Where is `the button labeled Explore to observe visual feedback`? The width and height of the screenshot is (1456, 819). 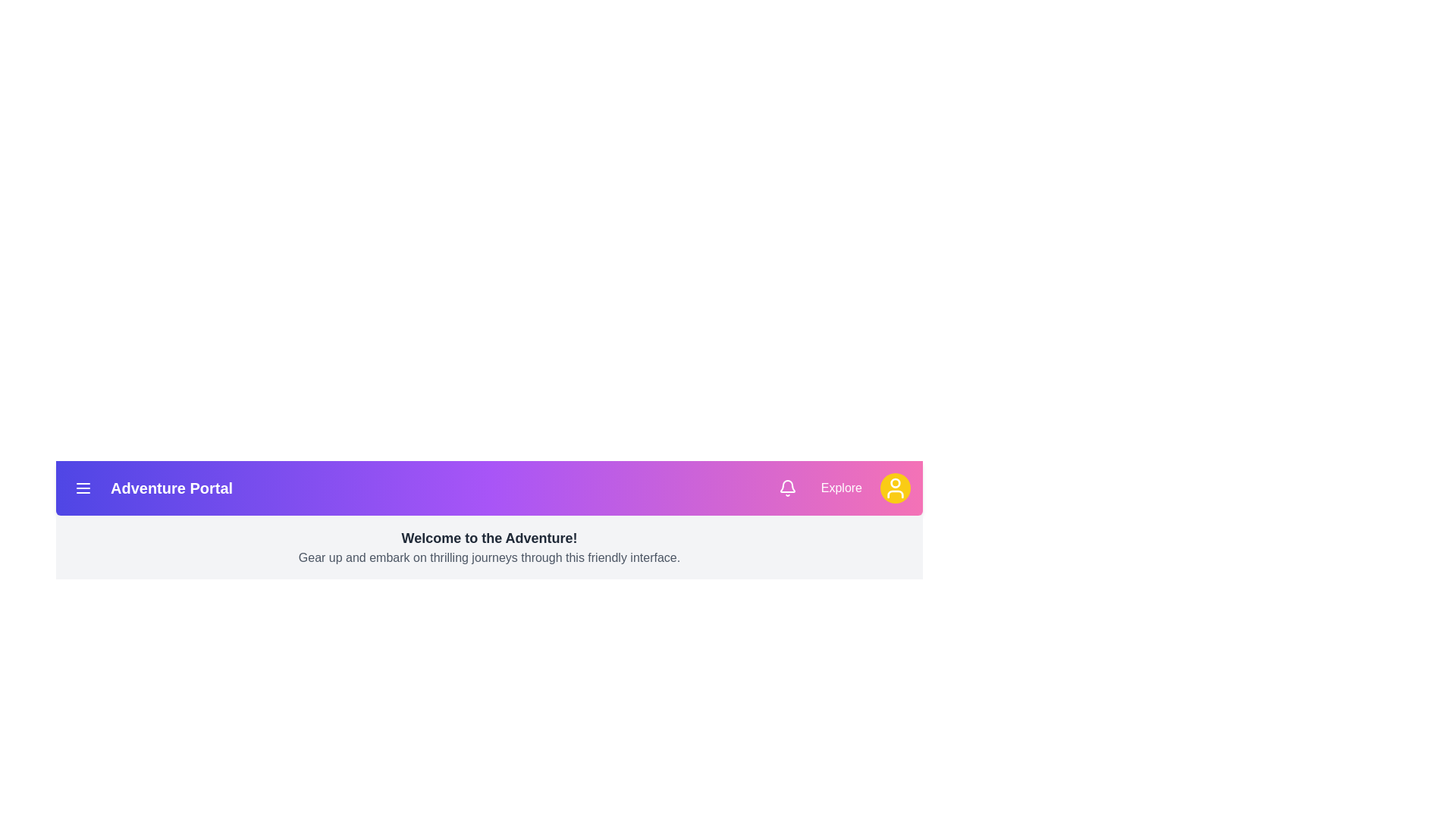
the button labeled Explore to observe visual feedback is located at coordinates (840, 488).